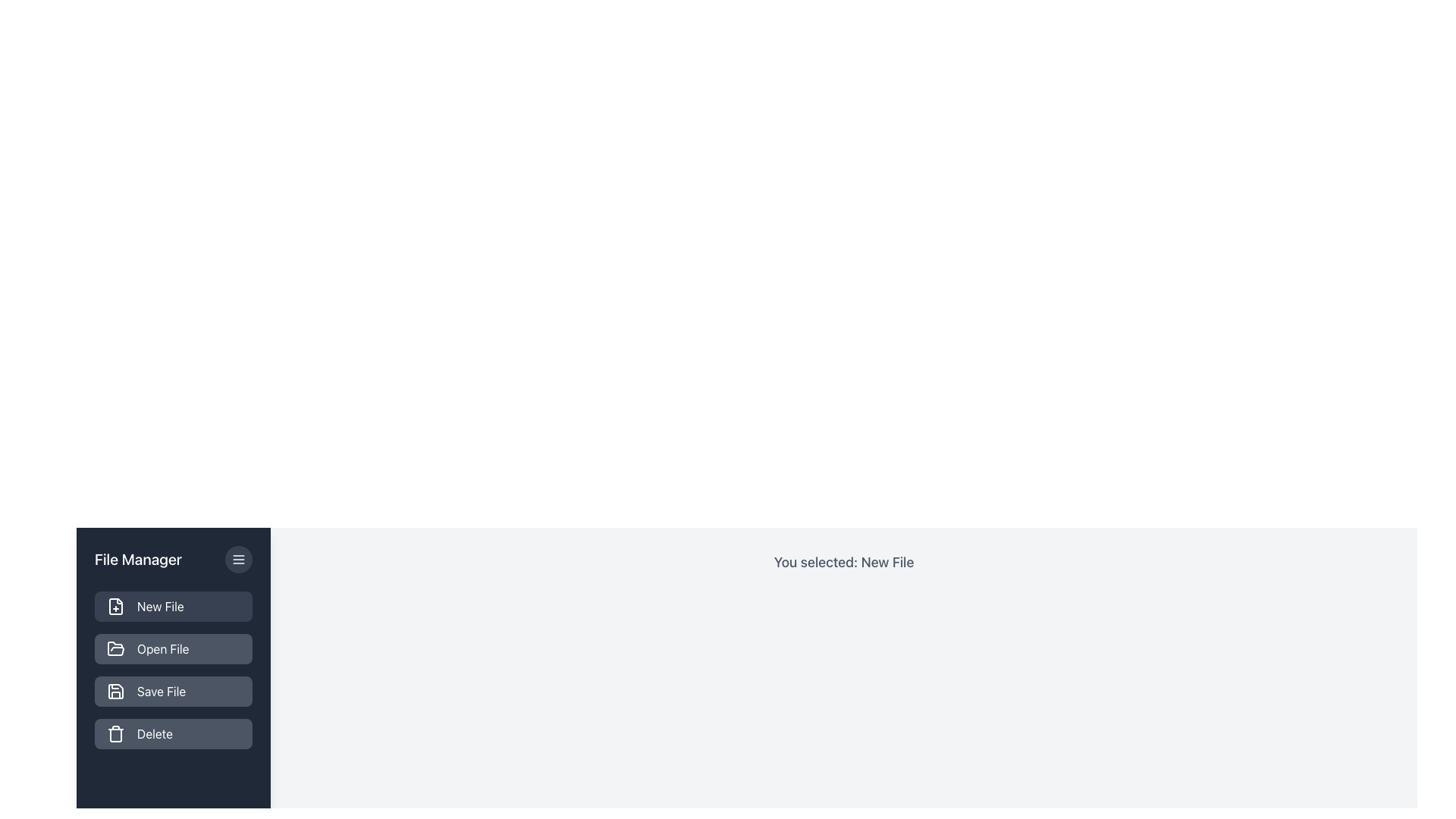 The height and width of the screenshot is (819, 1456). Describe the element at coordinates (238, 559) in the screenshot. I see `the circular button with a dark gray background and a hamburger icon located at the top-right corner of the 'File Manager' section` at that location.